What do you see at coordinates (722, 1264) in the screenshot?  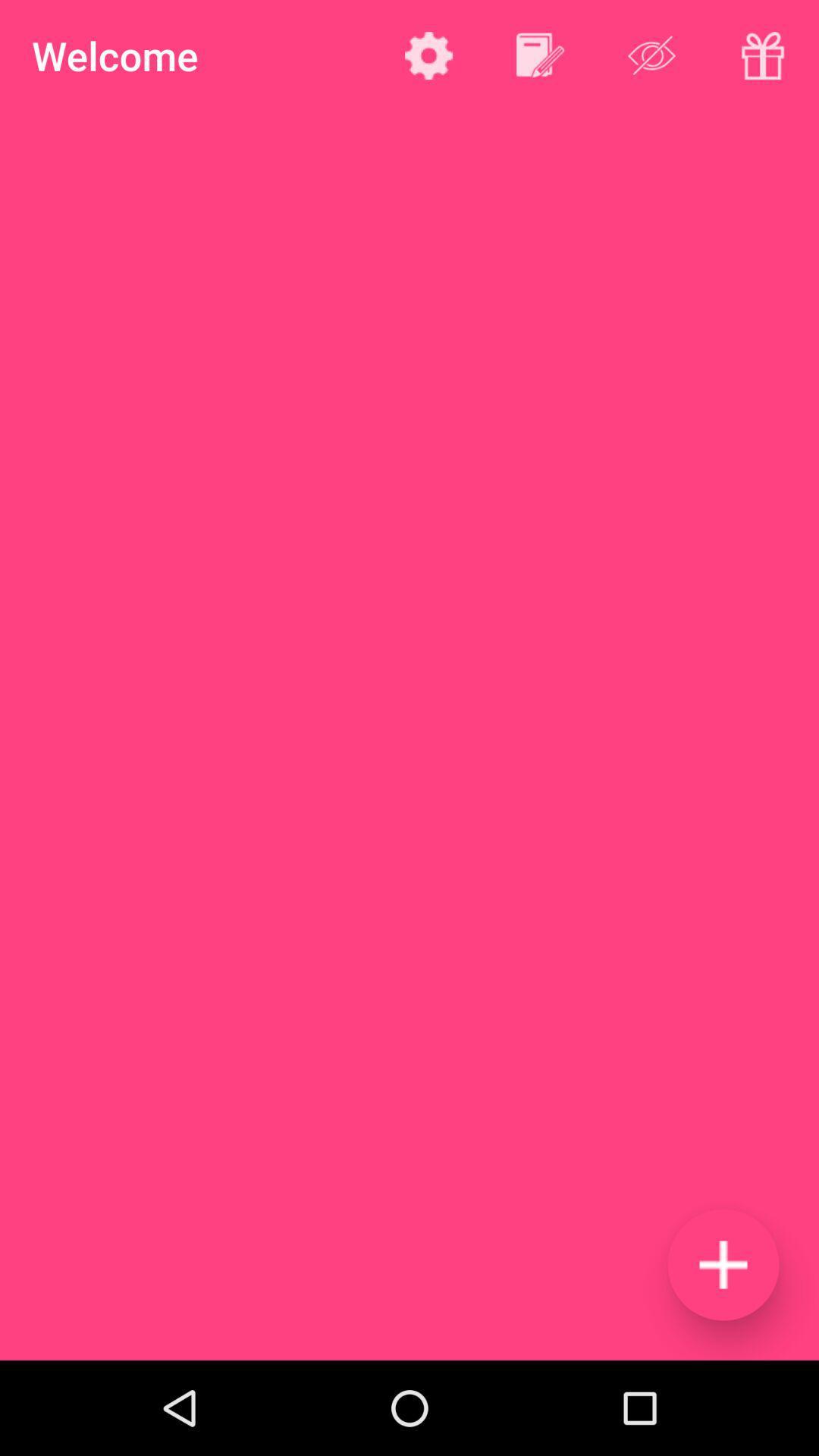 I see `item` at bounding box center [722, 1264].